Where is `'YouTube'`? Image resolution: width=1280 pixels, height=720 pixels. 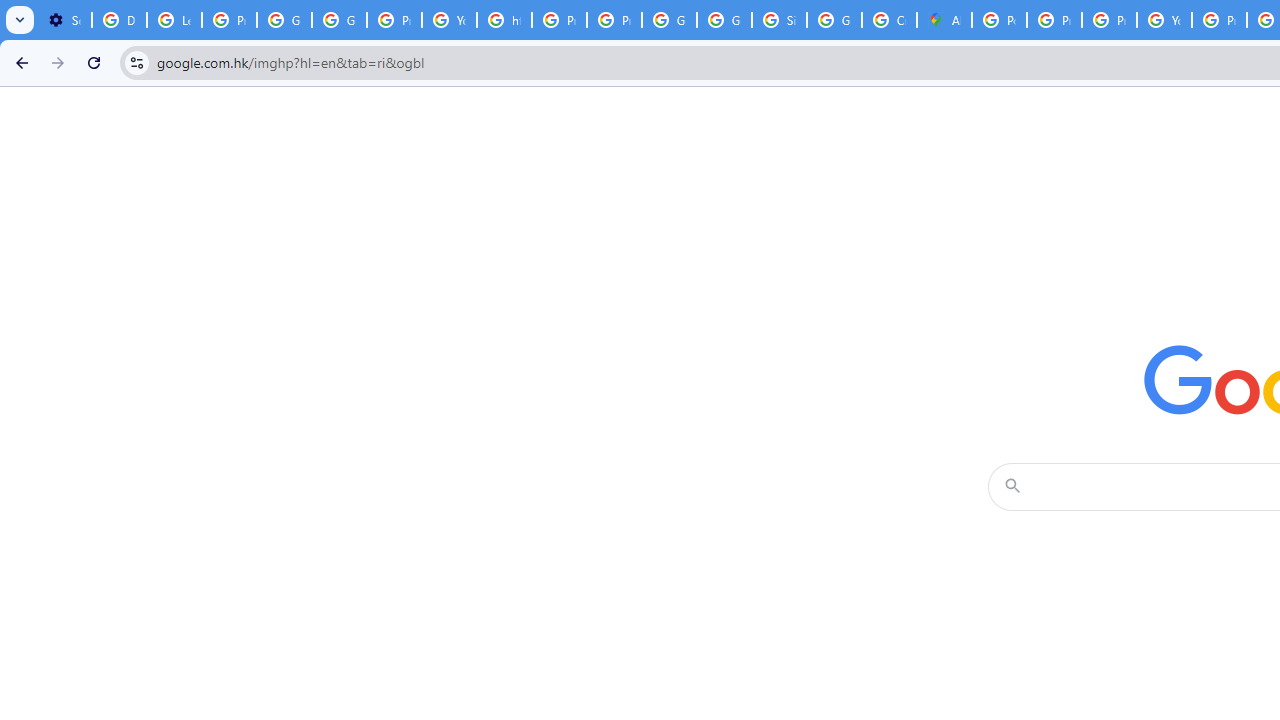
'YouTube' is located at coordinates (448, 20).